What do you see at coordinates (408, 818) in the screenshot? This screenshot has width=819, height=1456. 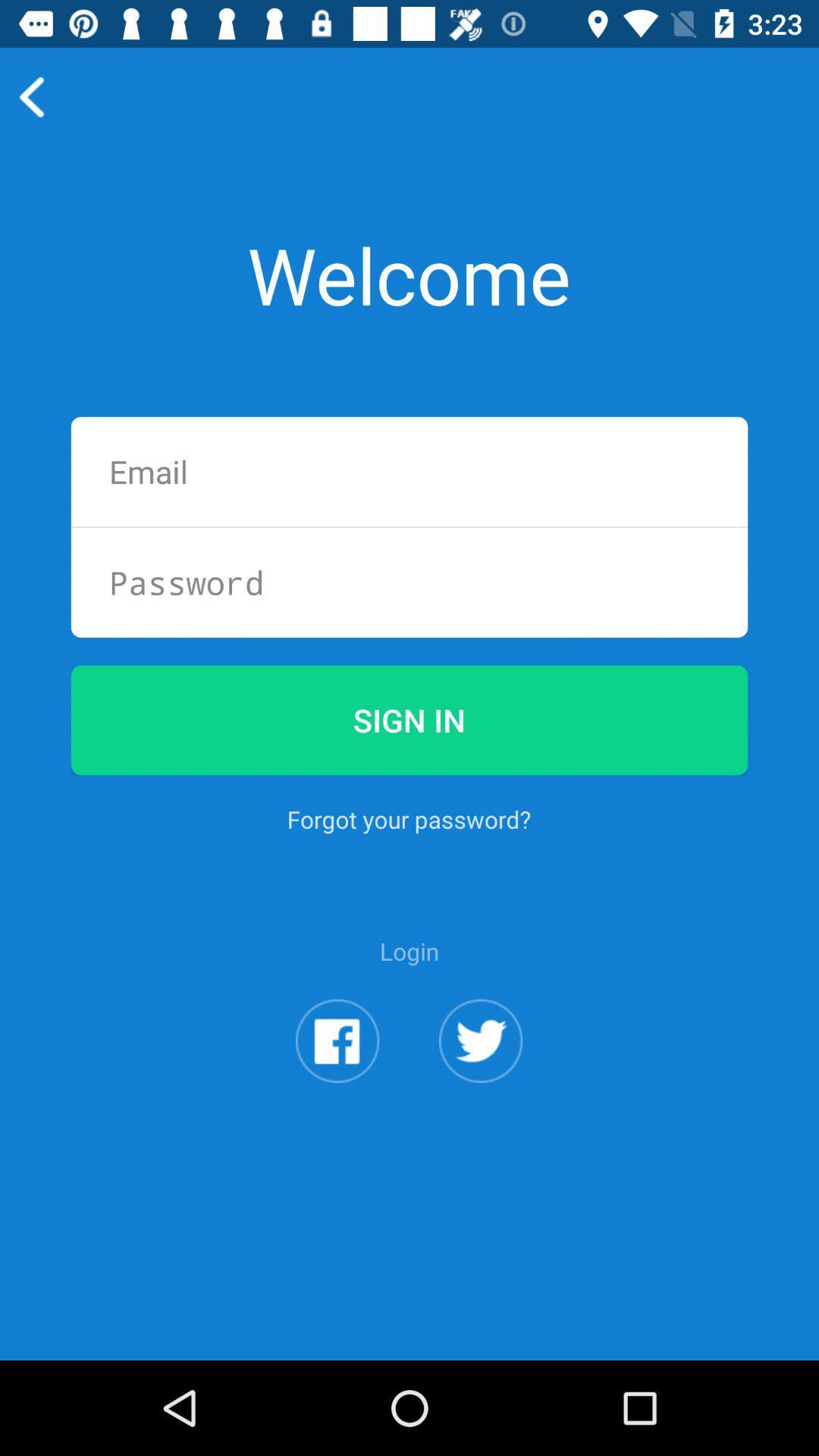 I see `the icon above login` at bounding box center [408, 818].